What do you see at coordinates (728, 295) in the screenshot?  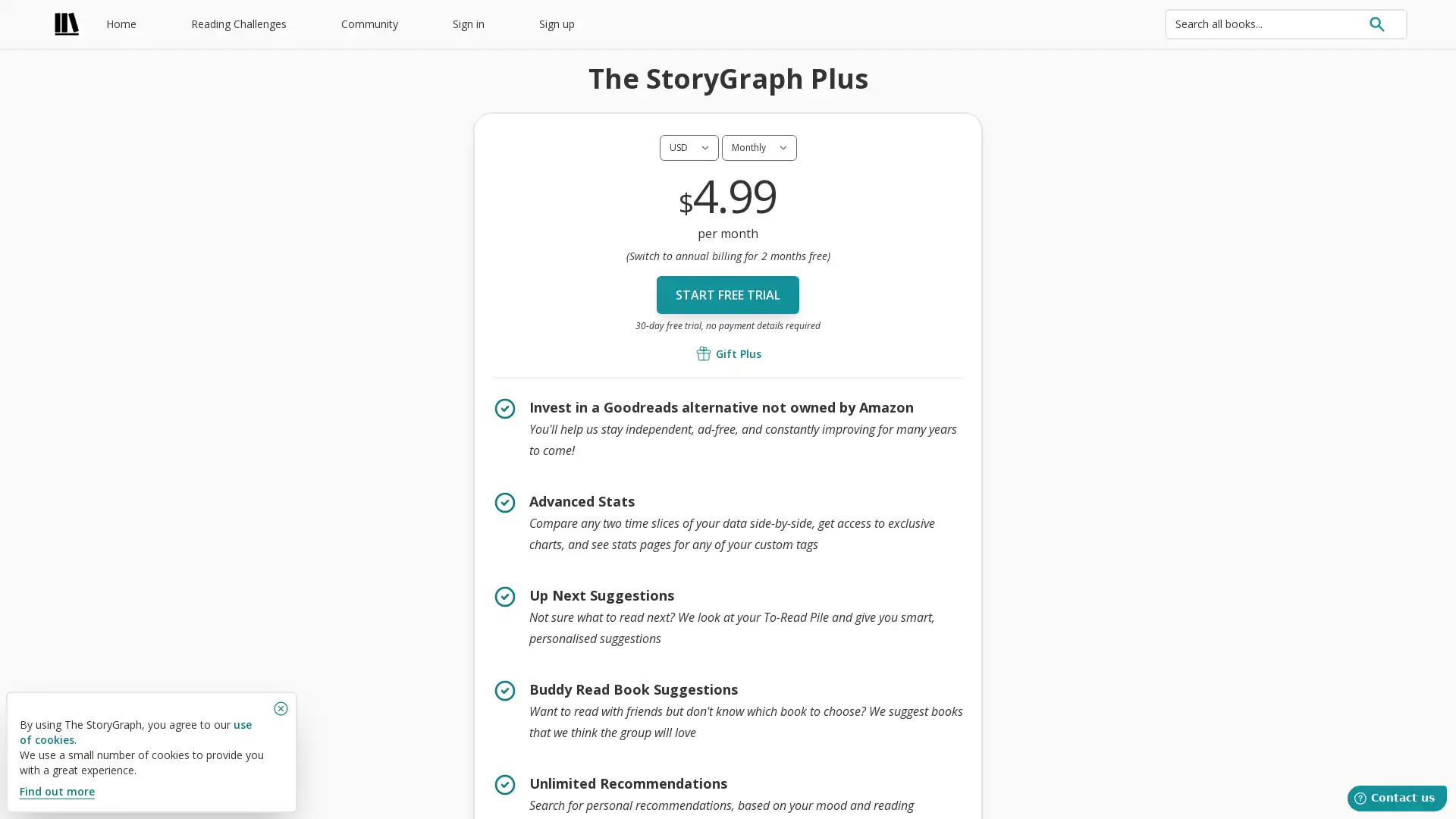 I see `Start free trial` at bounding box center [728, 295].